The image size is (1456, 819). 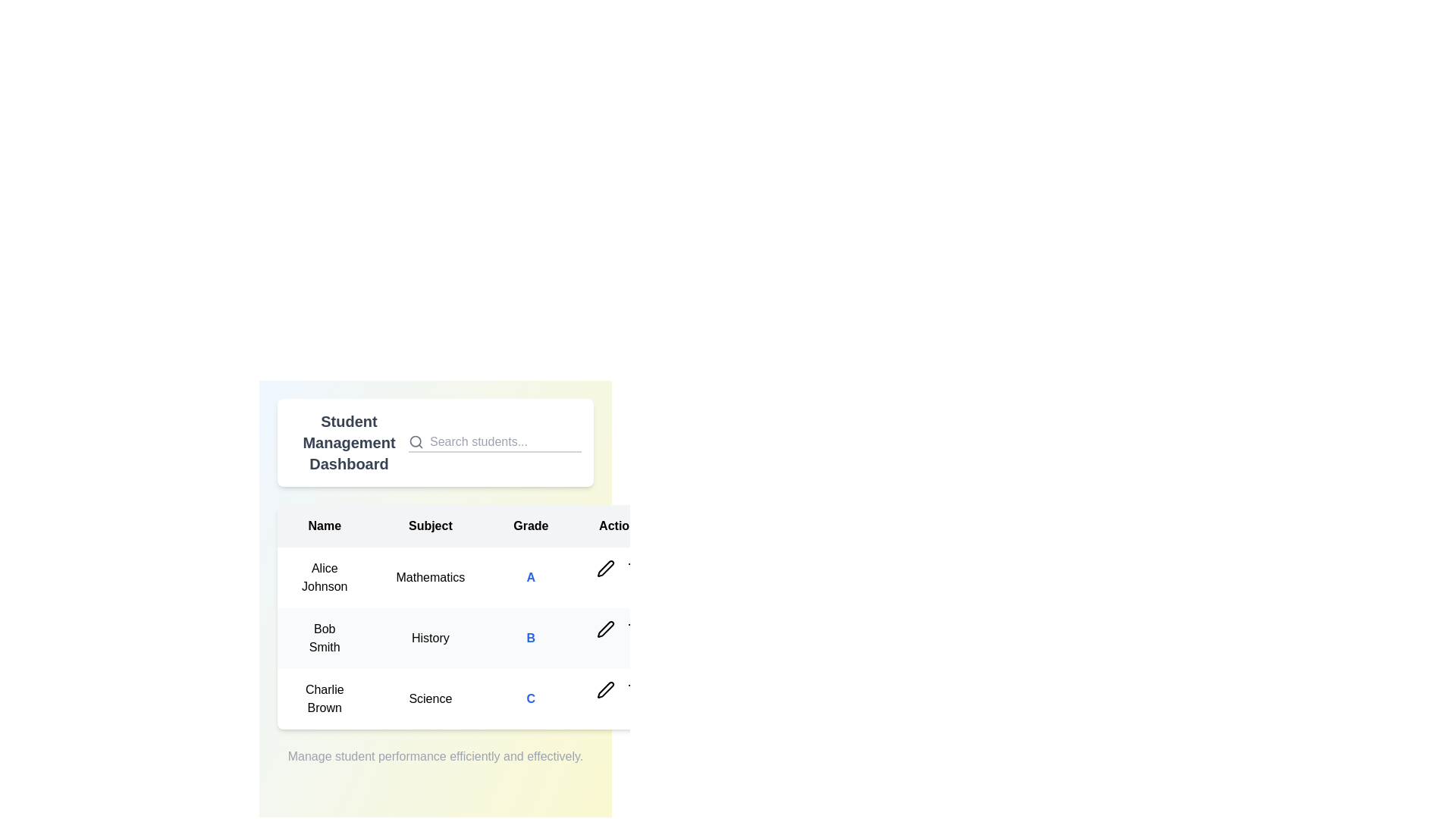 What do you see at coordinates (621, 526) in the screenshot?
I see `the 'Actions' label, which is a bold black text element located in the last column of the header row of a table-like structure` at bounding box center [621, 526].